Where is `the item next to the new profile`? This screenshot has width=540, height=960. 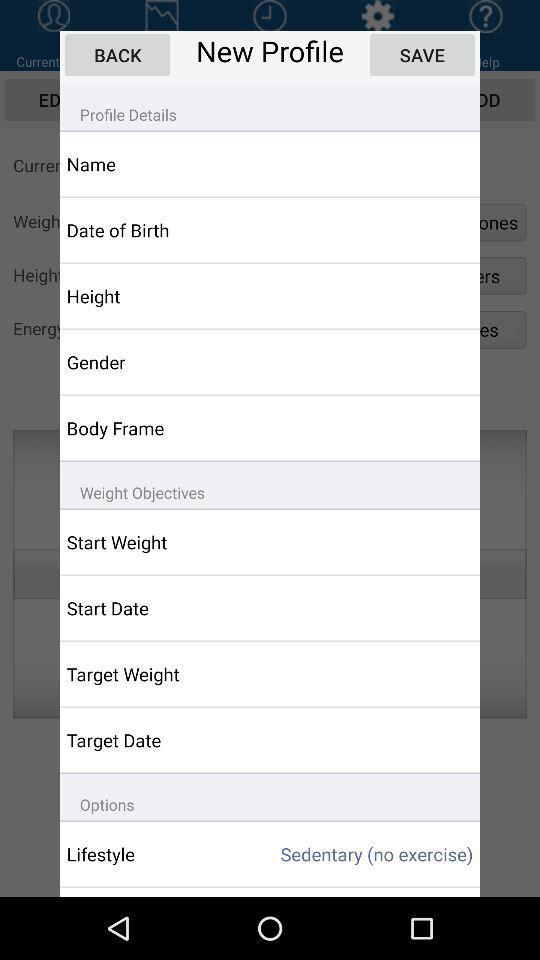 the item next to the new profile is located at coordinates (421, 54).